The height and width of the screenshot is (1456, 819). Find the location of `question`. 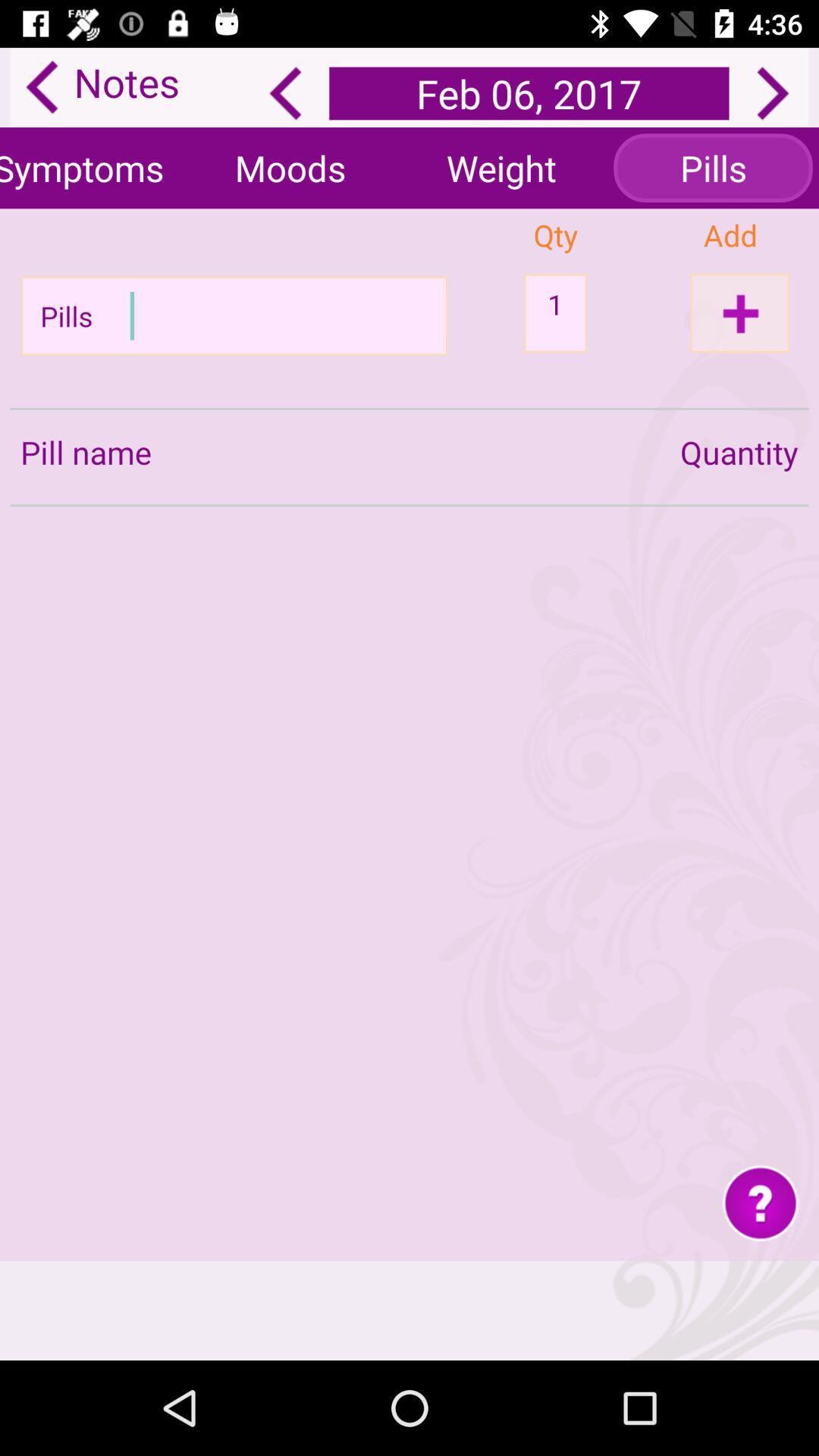

question is located at coordinates (761, 1201).